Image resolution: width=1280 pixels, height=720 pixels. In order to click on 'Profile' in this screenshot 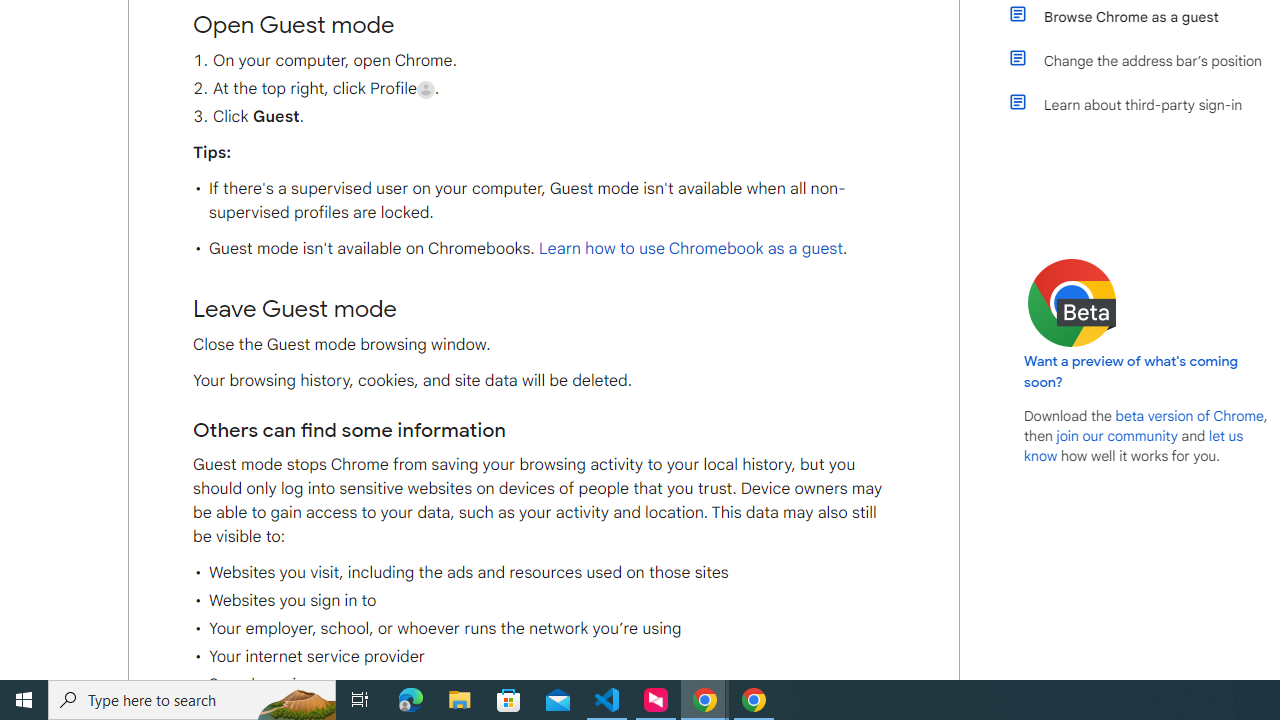, I will do `click(425, 88)`.